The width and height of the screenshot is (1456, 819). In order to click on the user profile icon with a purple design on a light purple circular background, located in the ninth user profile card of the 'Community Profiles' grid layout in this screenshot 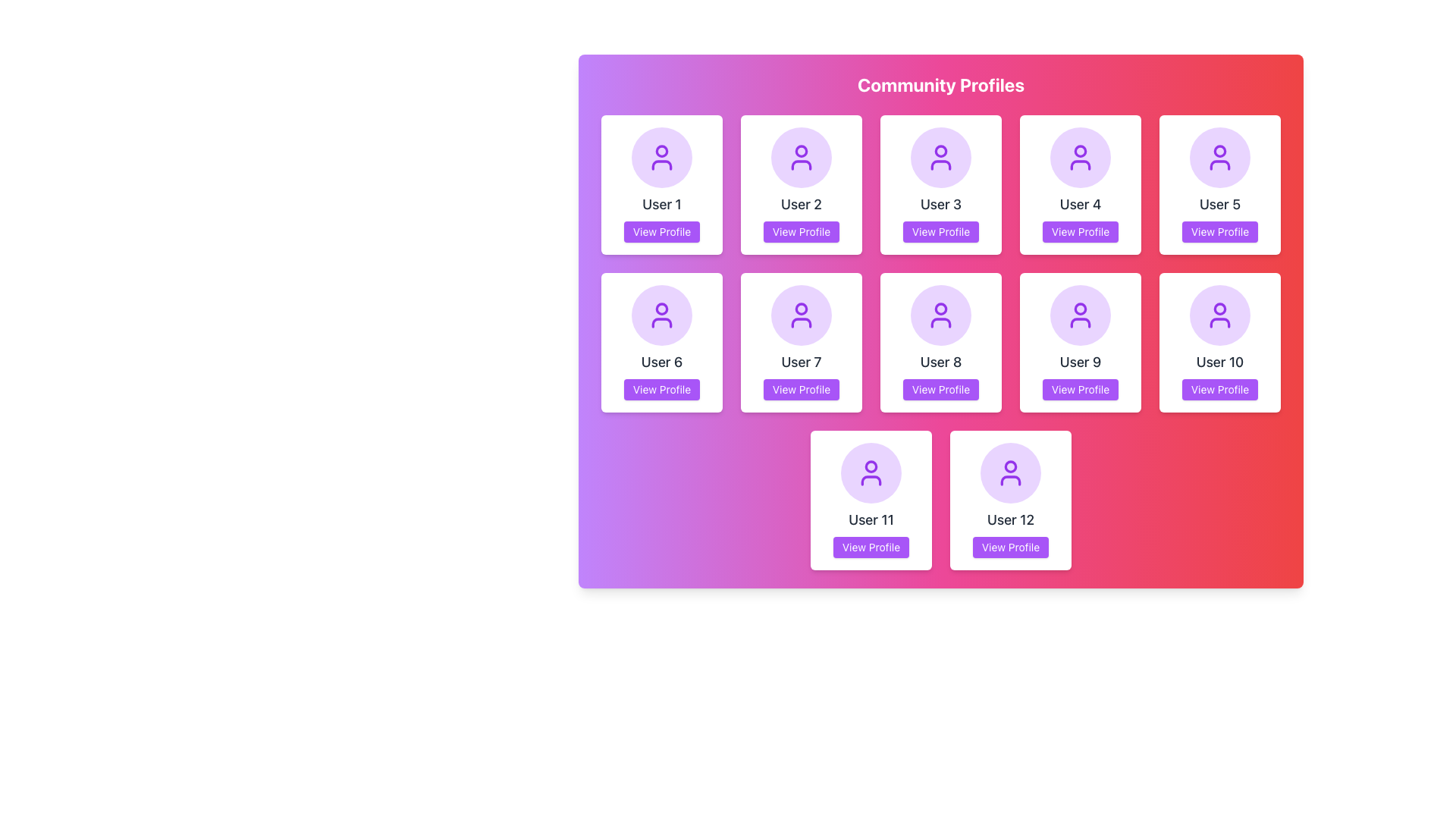, I will do `click(1080, 315)`.